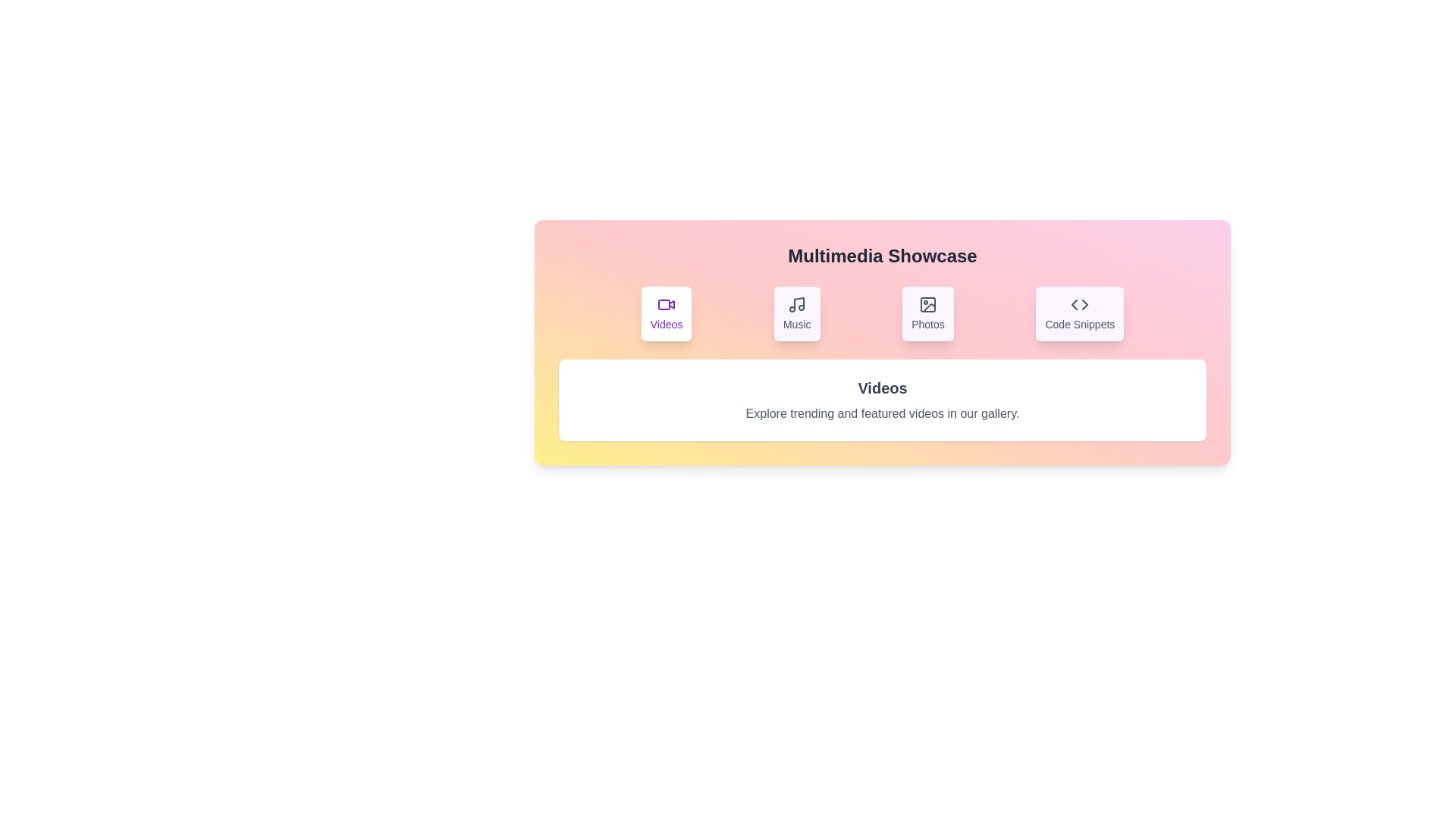 Image resolution: width=1456 pixels, height=819 pixels. I want to click on the tab labeled Code Snippets to switch the content, so click(1079, 312).